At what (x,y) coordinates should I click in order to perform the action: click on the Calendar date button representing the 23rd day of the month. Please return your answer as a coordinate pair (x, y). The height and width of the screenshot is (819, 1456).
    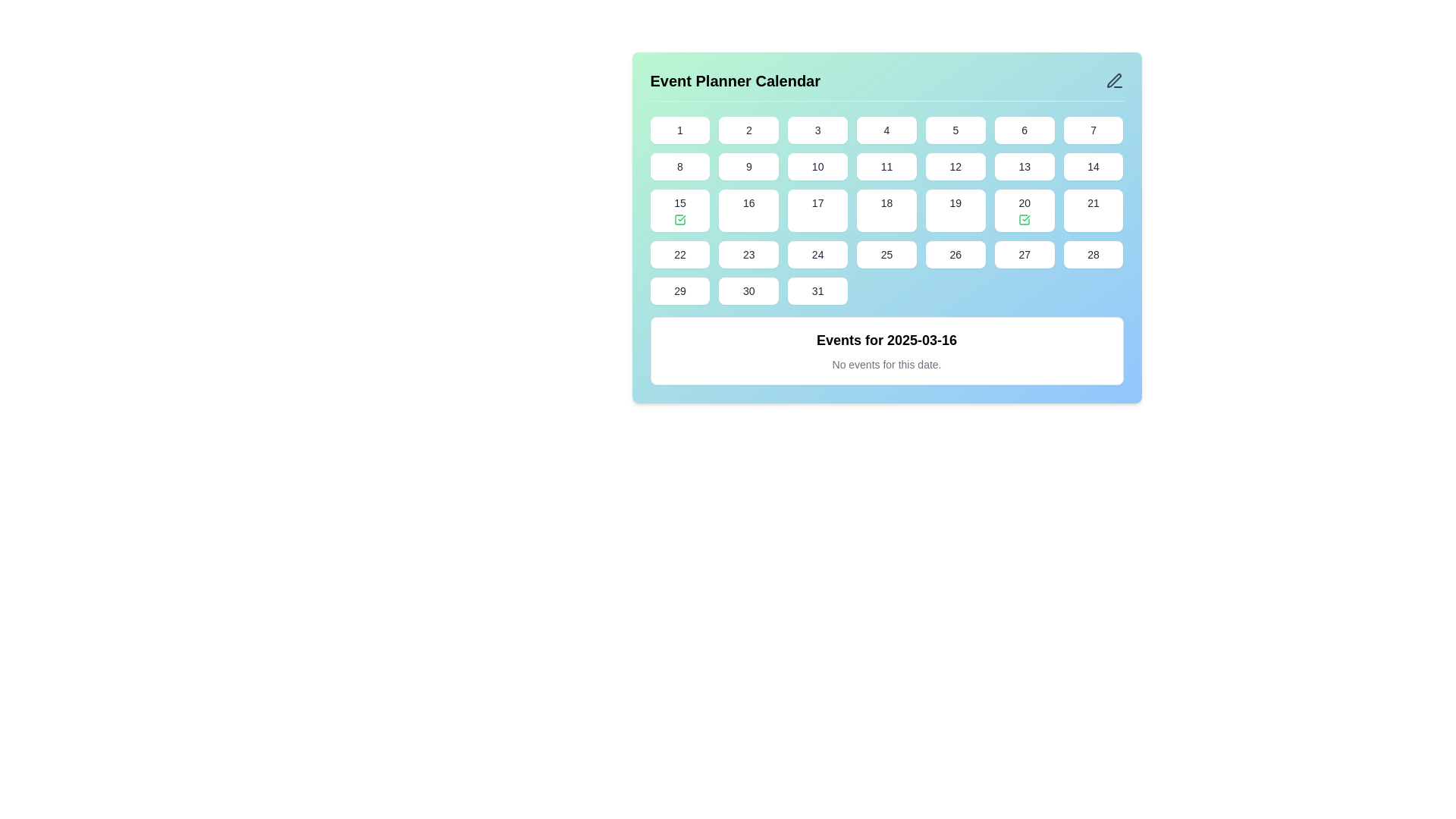
    Looking at the image, I should click on (748, 253).